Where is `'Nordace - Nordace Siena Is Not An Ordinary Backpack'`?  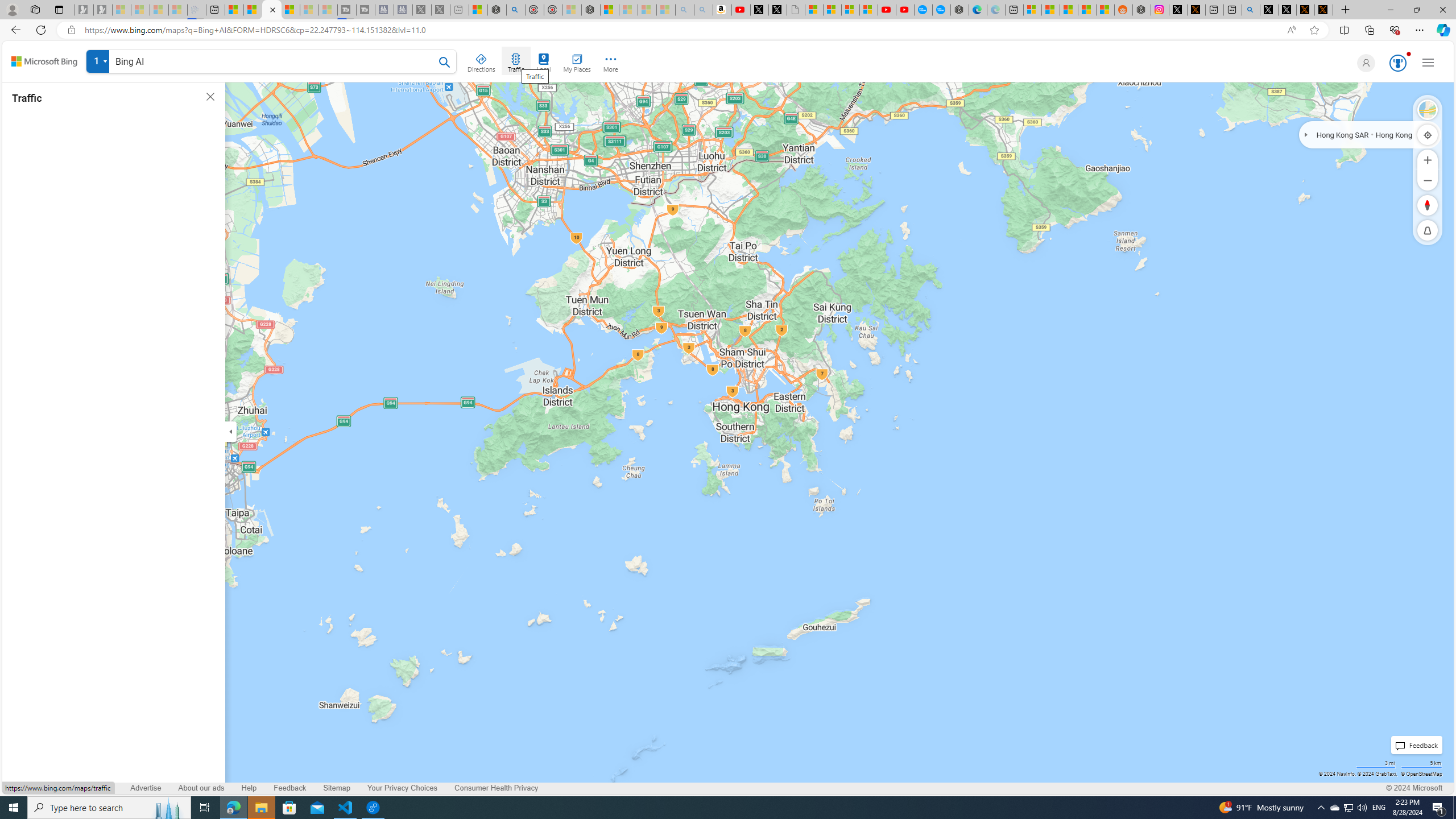
'Nordace - Nordace Siena Is Not An Ordinary Backpack' is located at coordinates (591, 9).